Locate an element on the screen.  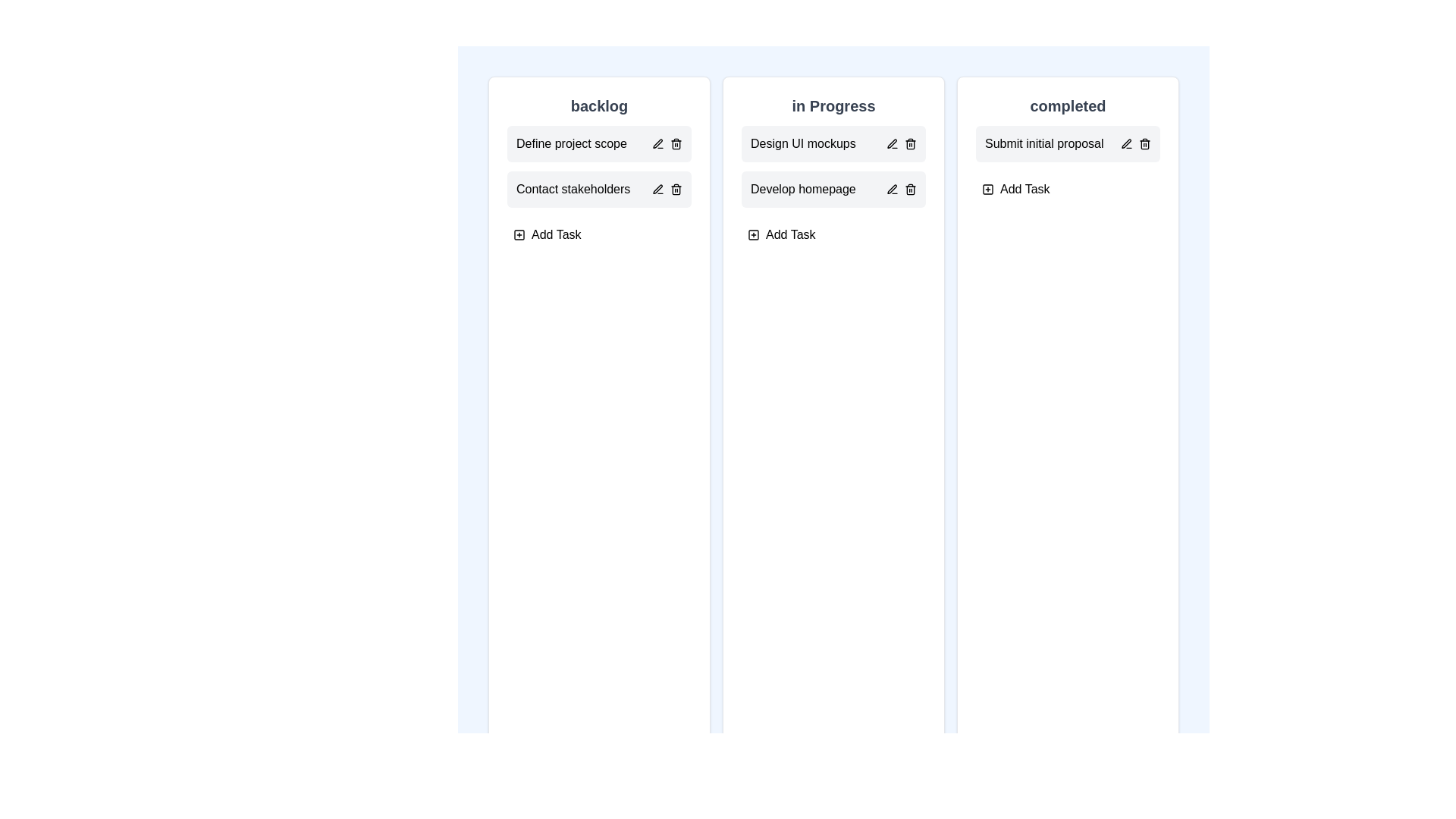
the edit icon of the task 'Submit initial proposal' in the 'completed' column is located at coordinates (1127, 143).